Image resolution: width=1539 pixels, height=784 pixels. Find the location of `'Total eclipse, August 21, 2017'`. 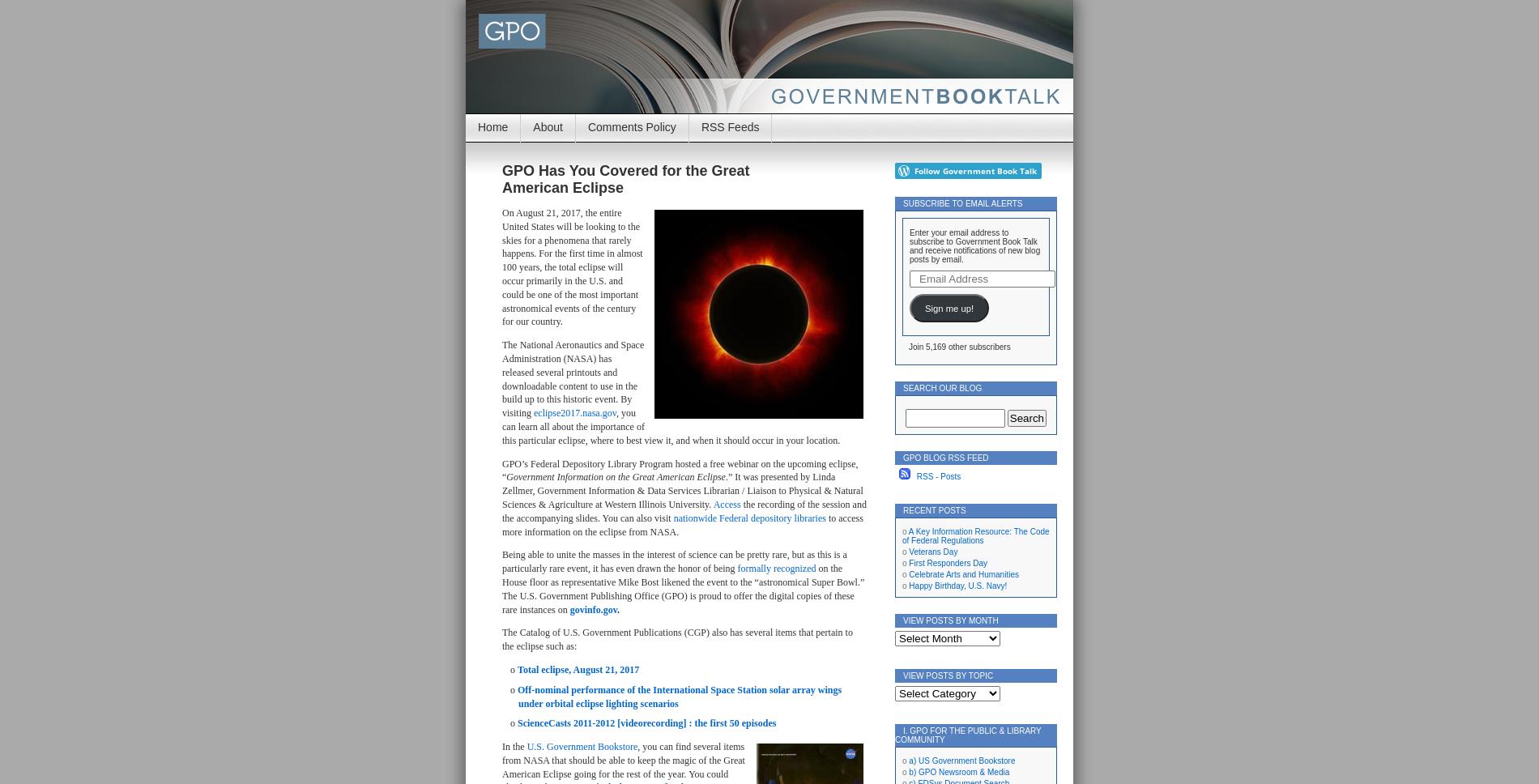

'Total eclipse, August 21, 2017' is located at coordinates (578, 668).